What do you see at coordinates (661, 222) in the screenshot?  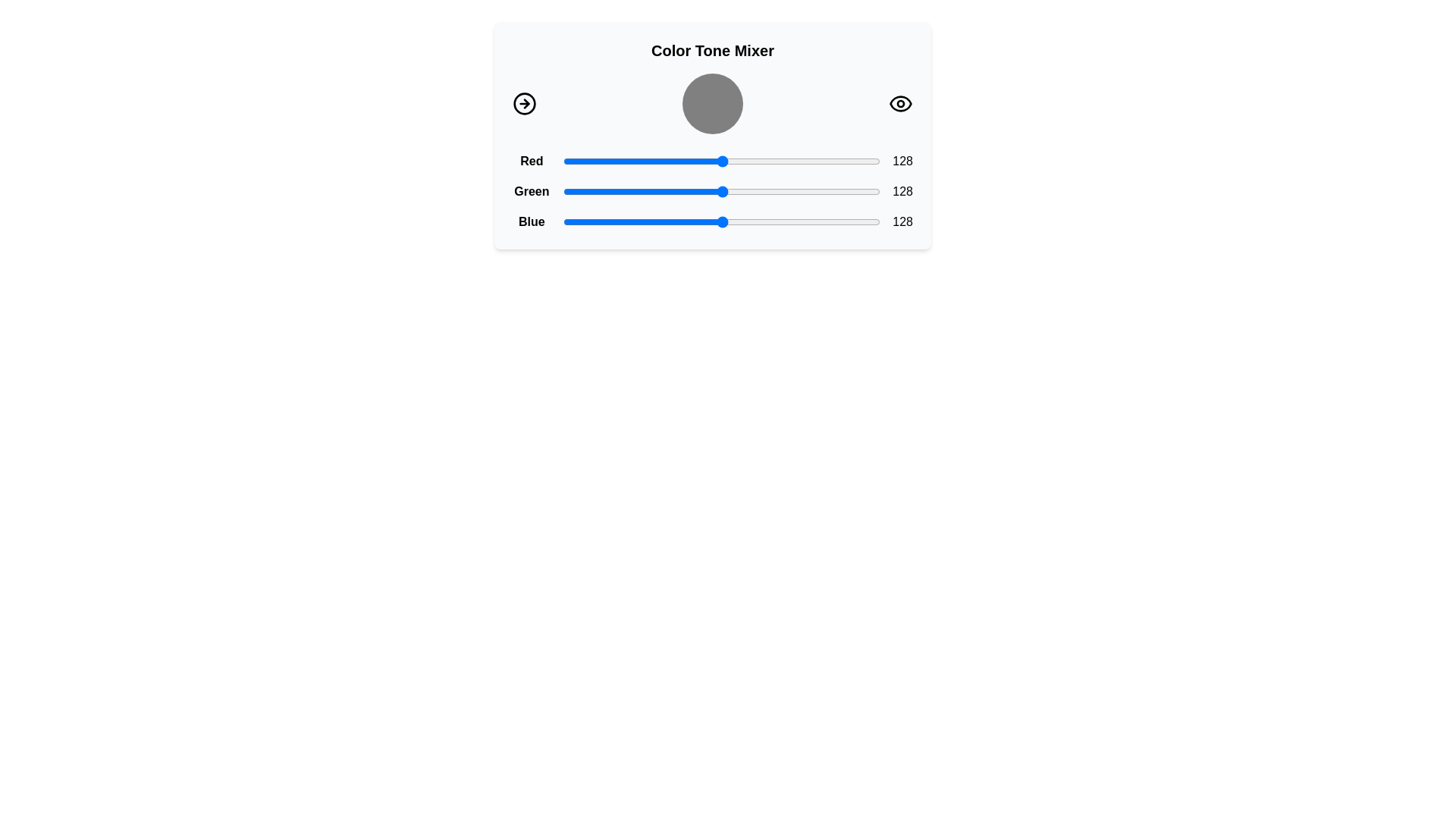 I see `the slider value` at bounding box center [661, 222].